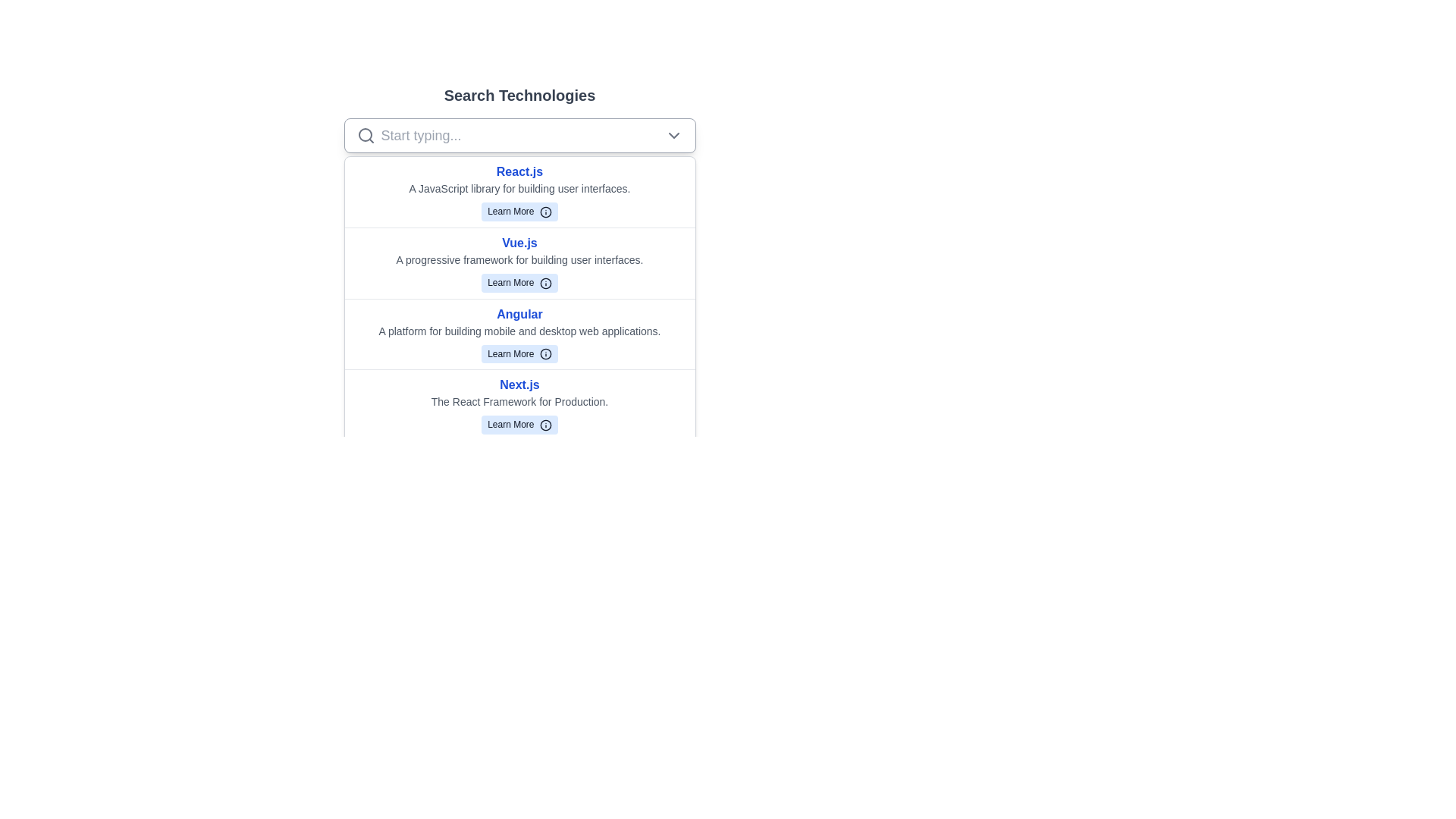  Describe the element at coordinates (545, 425) in the screenshot. I see `the informational 'i' icon with a circular background located immediately to the right of the 'Learn More' text in the fourth row` at that location.